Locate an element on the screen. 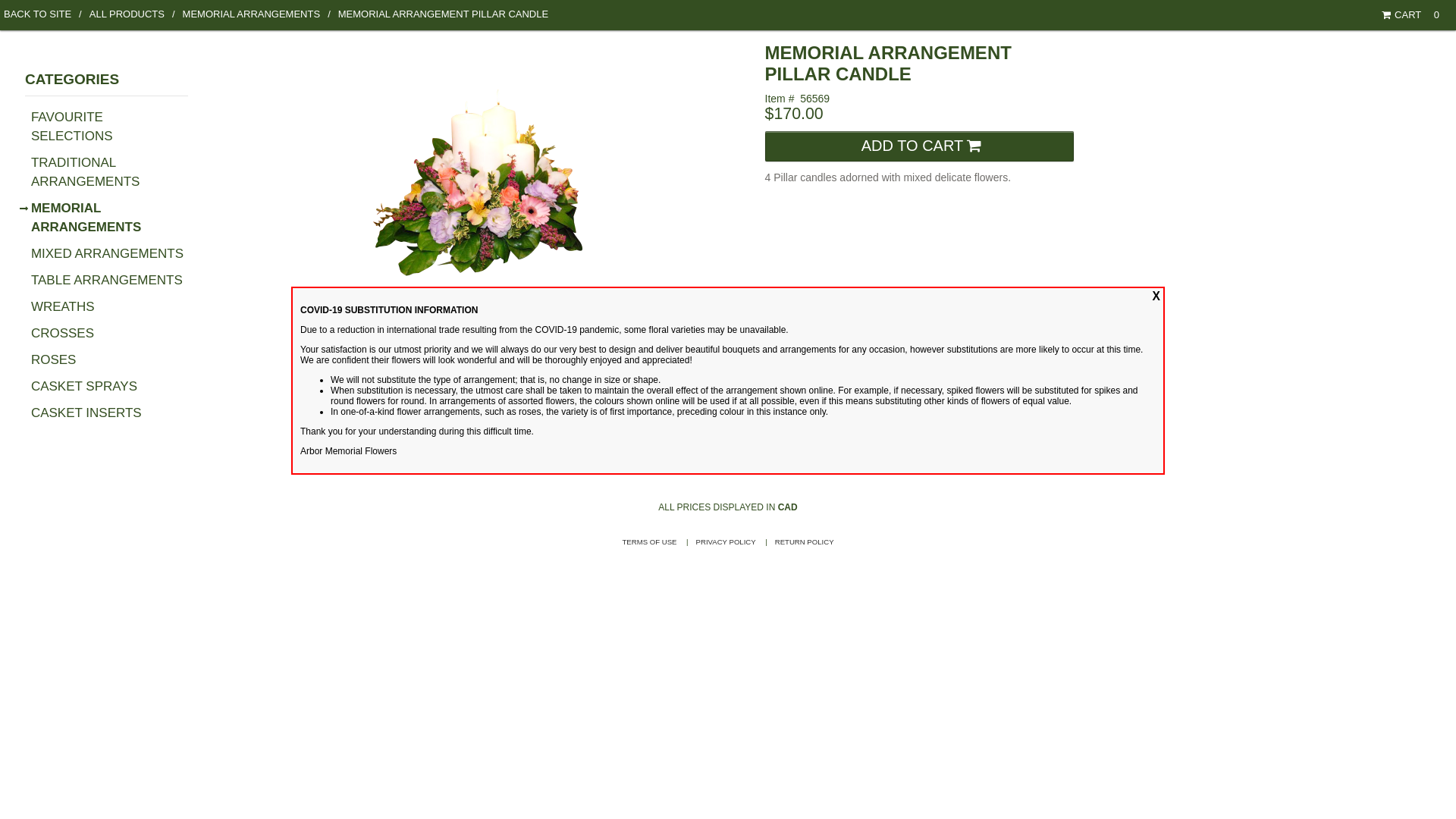  'MEMORIAL ARRANGEMENTS' is located at coordinates (256, 14).